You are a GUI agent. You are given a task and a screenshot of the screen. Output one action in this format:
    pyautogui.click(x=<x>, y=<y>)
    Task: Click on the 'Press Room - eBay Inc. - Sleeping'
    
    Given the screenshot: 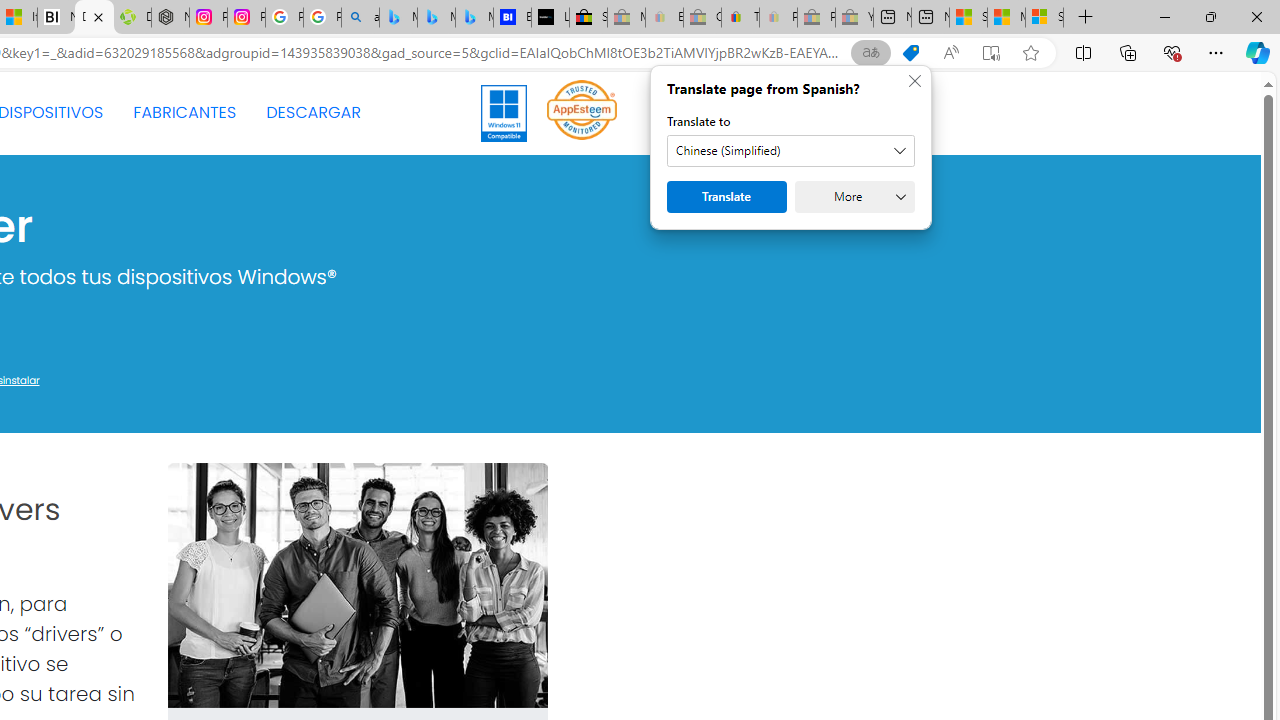 What is the action you would take?
    pyautogui.click(x=816, y=17)
    